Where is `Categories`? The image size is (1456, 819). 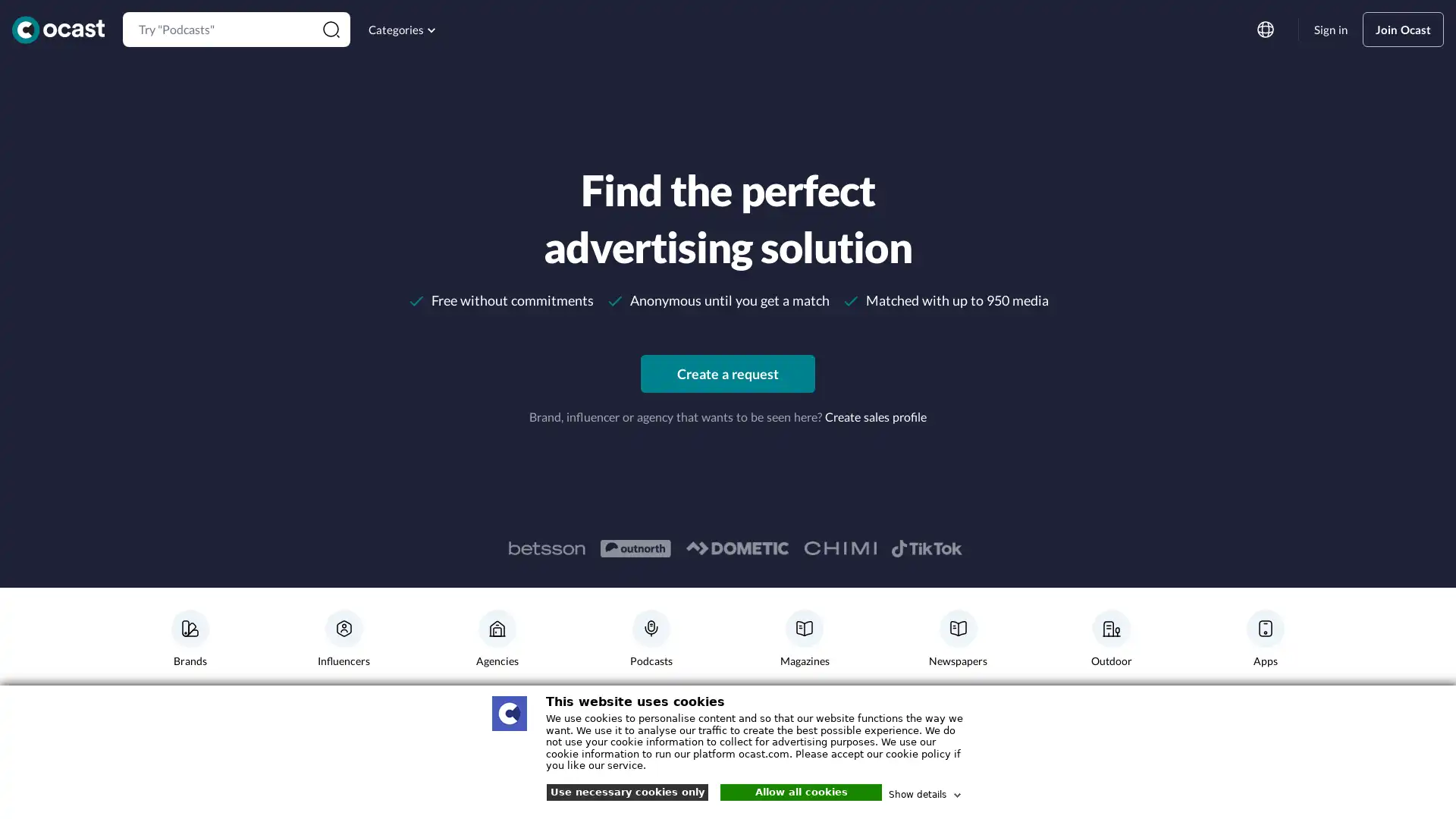
Categories is located at coordinates (403, 29).